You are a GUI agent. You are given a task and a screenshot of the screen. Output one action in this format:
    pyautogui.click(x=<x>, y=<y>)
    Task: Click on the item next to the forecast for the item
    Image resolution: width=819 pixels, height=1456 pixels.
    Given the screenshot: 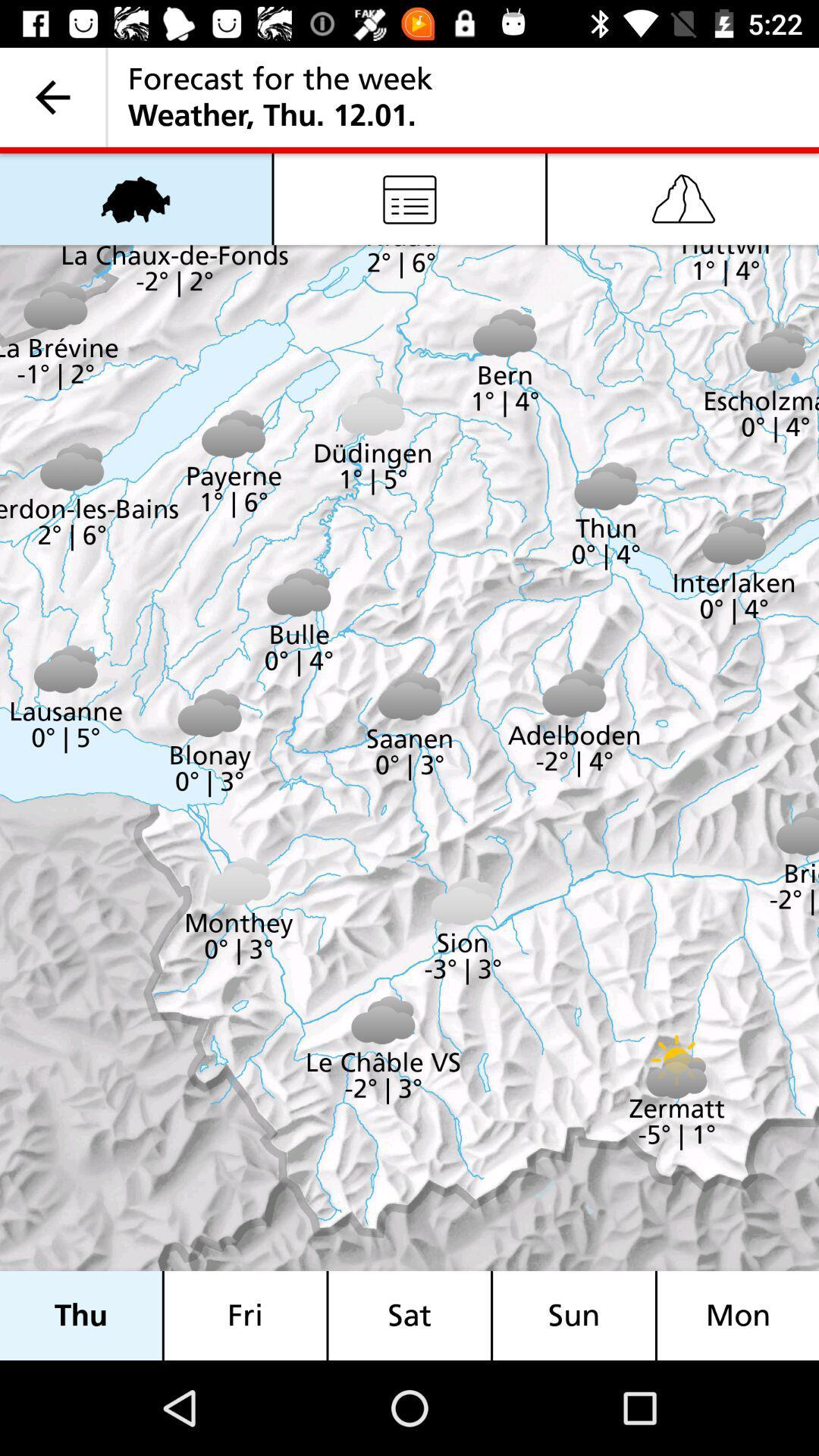 What is the action you would take?
    pyautogui.click(x=52, y=96)
    